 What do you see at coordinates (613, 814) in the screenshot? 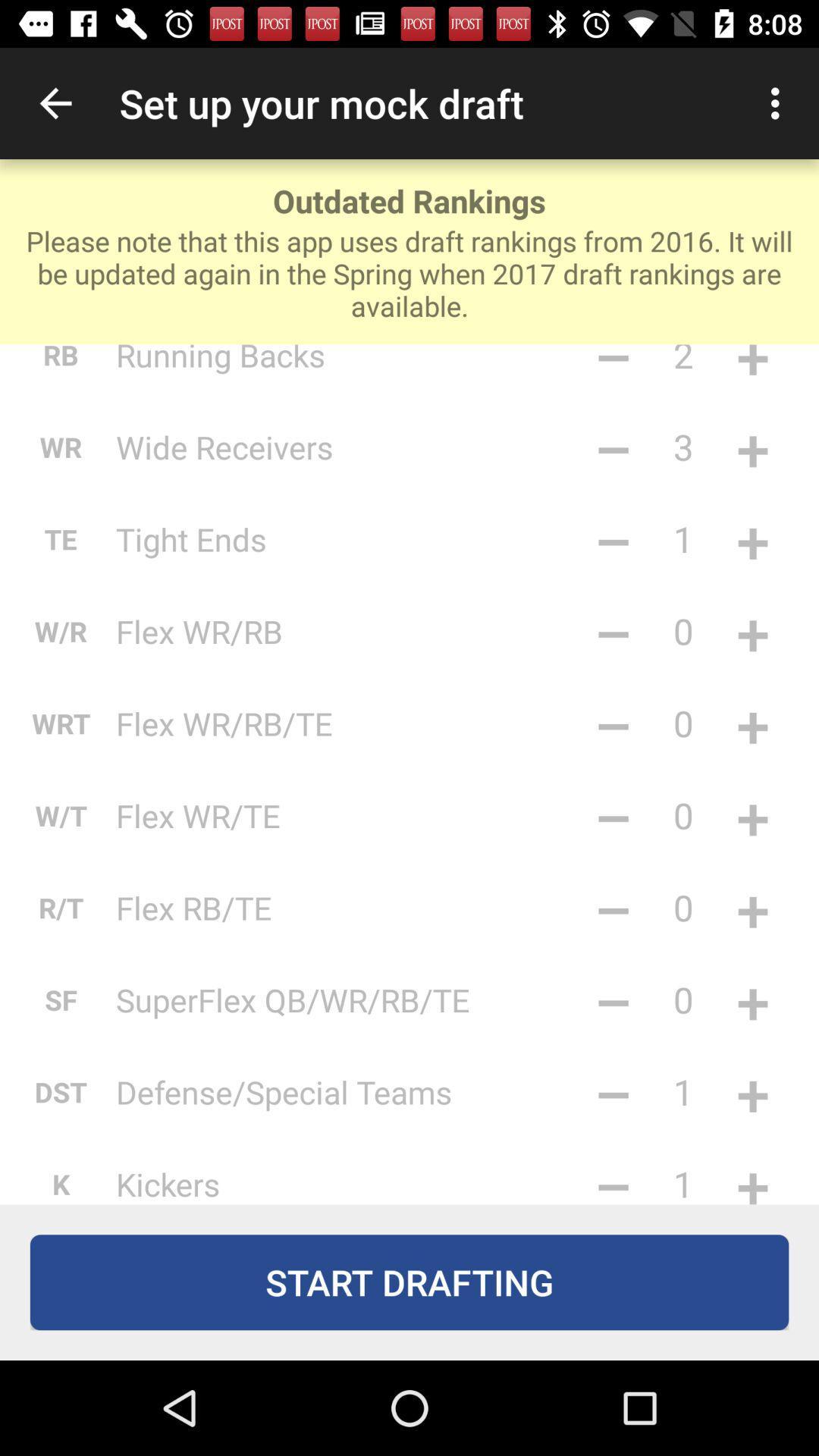
I see `the item next to 0 item` at bounding box center [613, 814].